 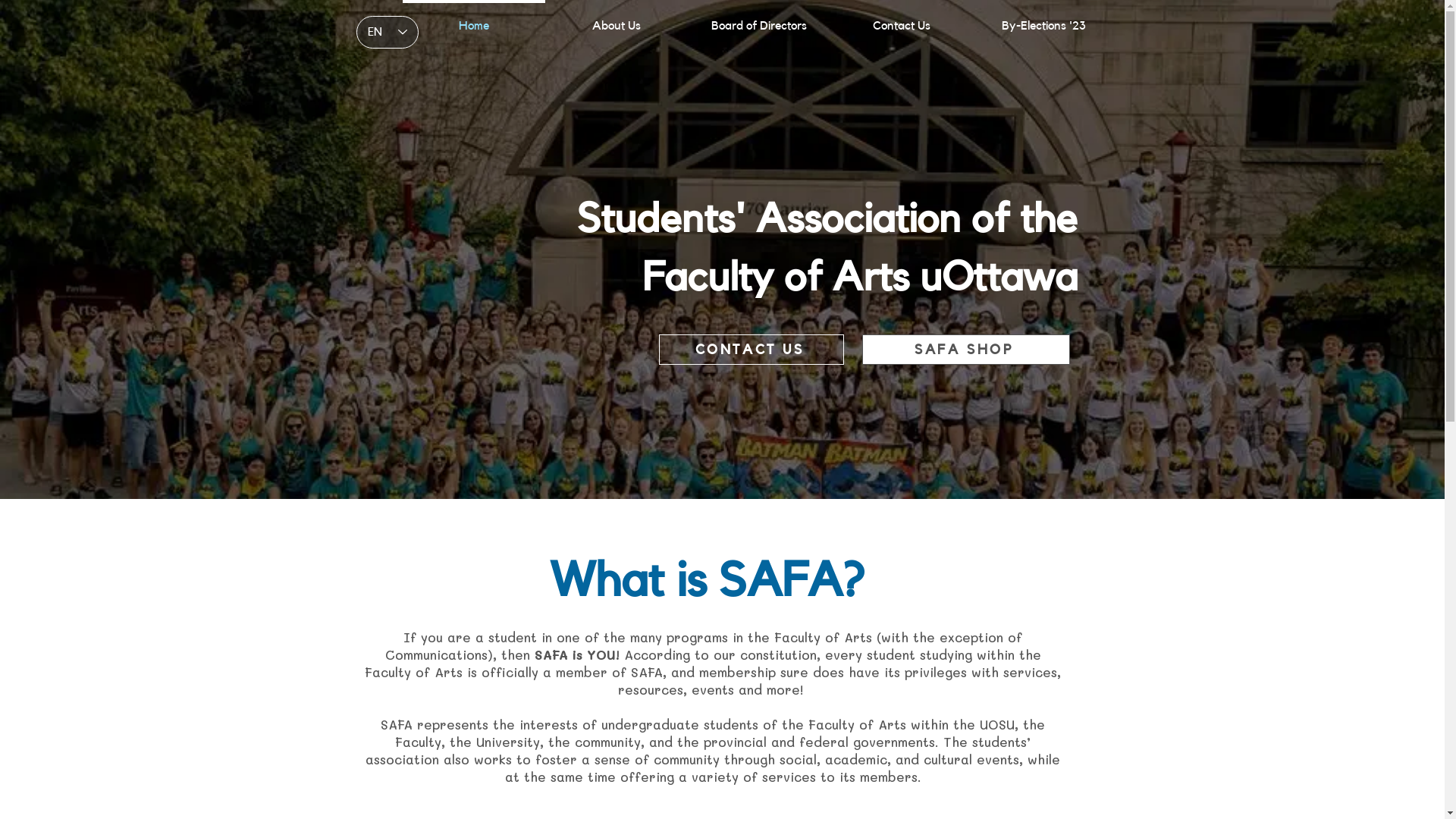 What do you see at coordinates (686, 18) in the screenshot?
I see `'Board of Directors'` at bounding box center [686, 18].